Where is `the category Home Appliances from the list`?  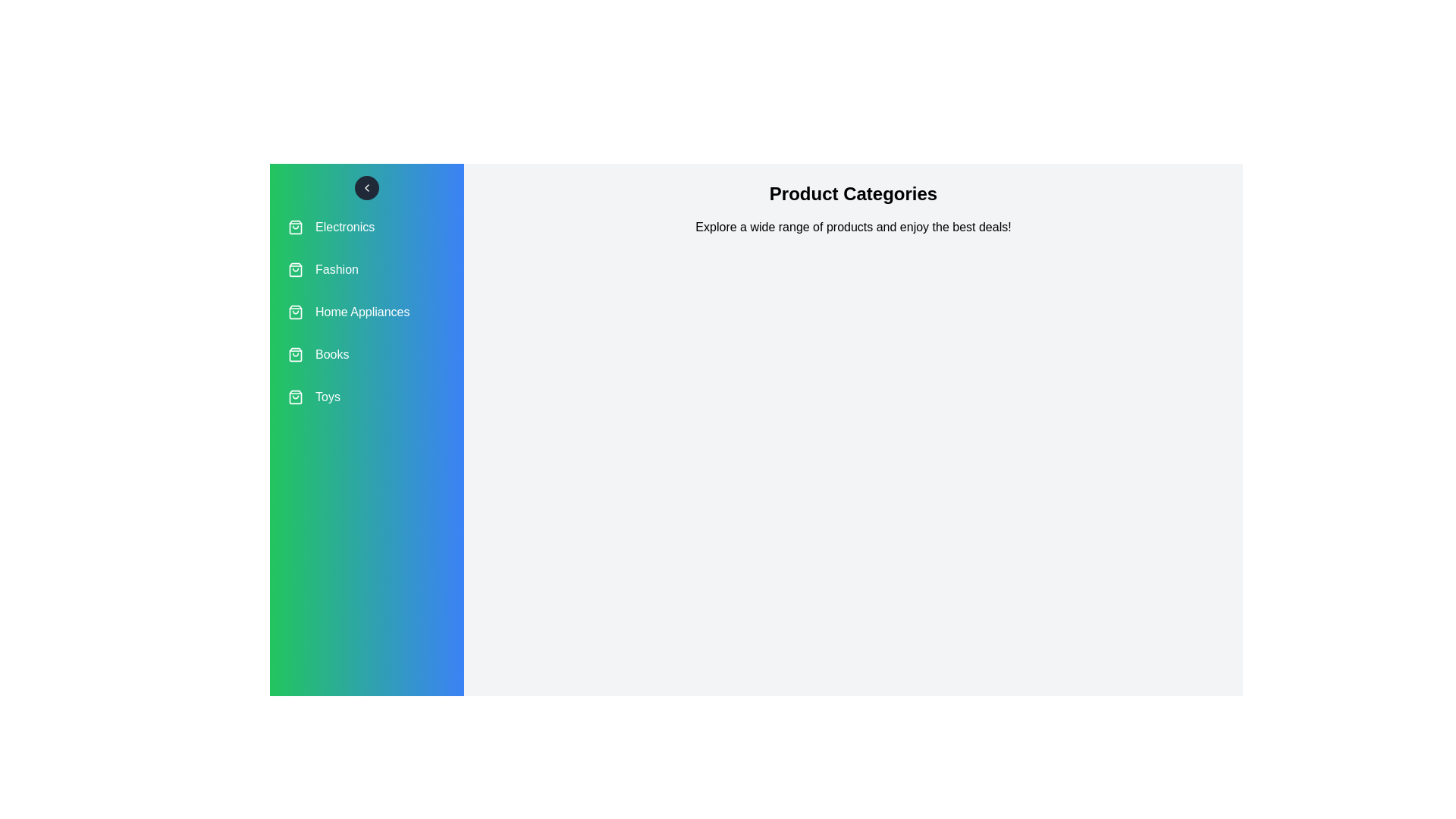 the category Home Appliances from the list is located at coordinates (367, 312).